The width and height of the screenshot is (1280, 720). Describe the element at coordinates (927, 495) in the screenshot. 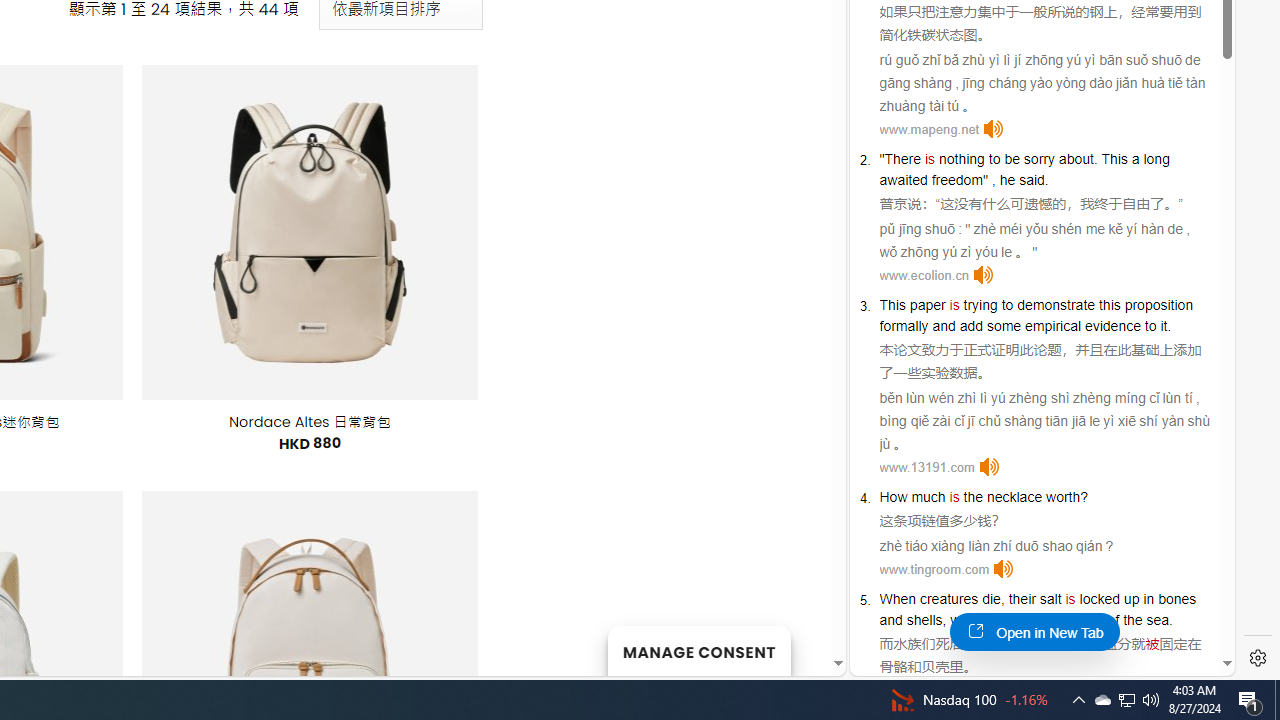

I see `'much'` at that location.